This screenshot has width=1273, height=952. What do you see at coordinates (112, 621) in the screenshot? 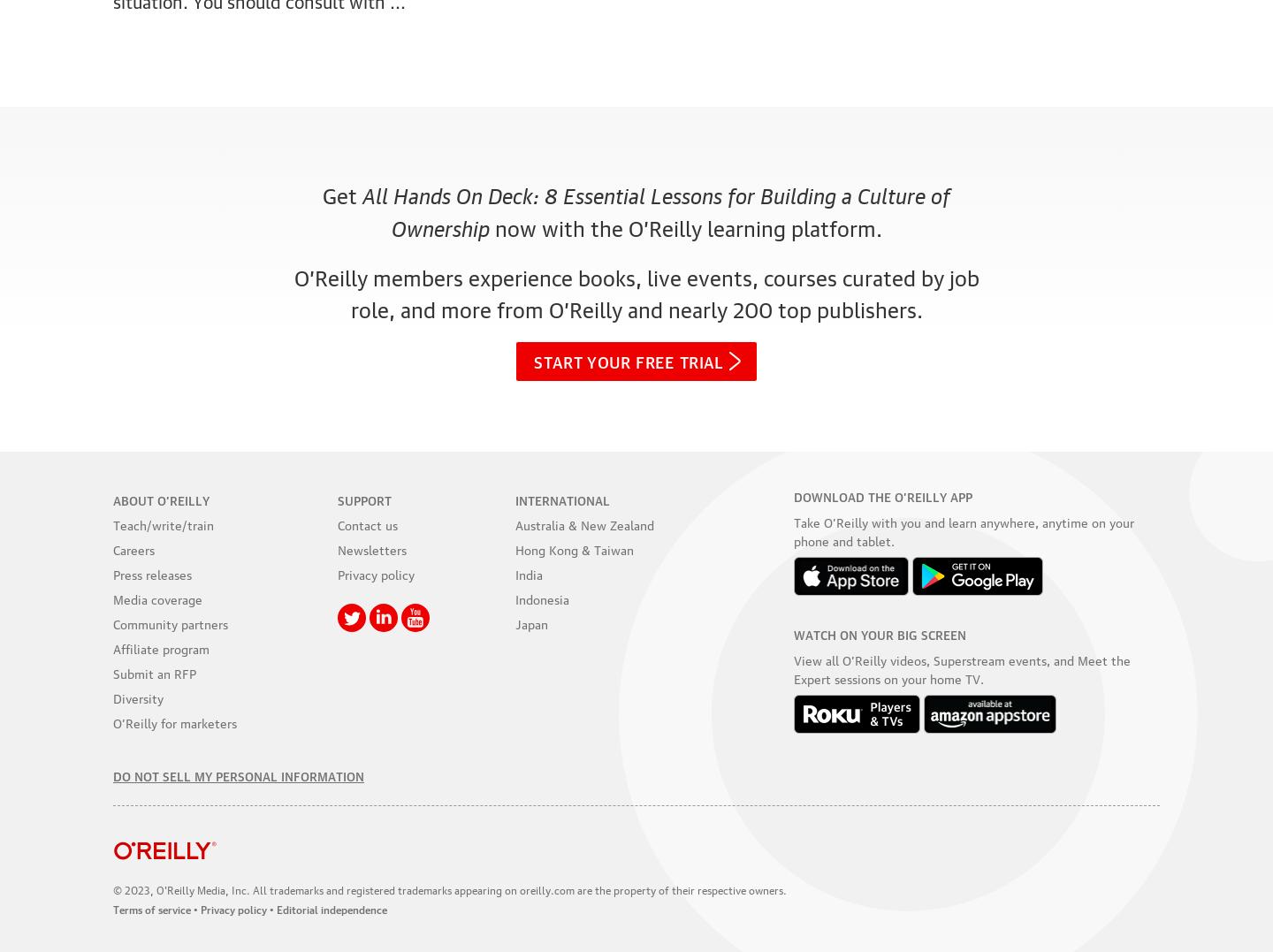
I see `'Community partners'` at bounding box center [112, 621].